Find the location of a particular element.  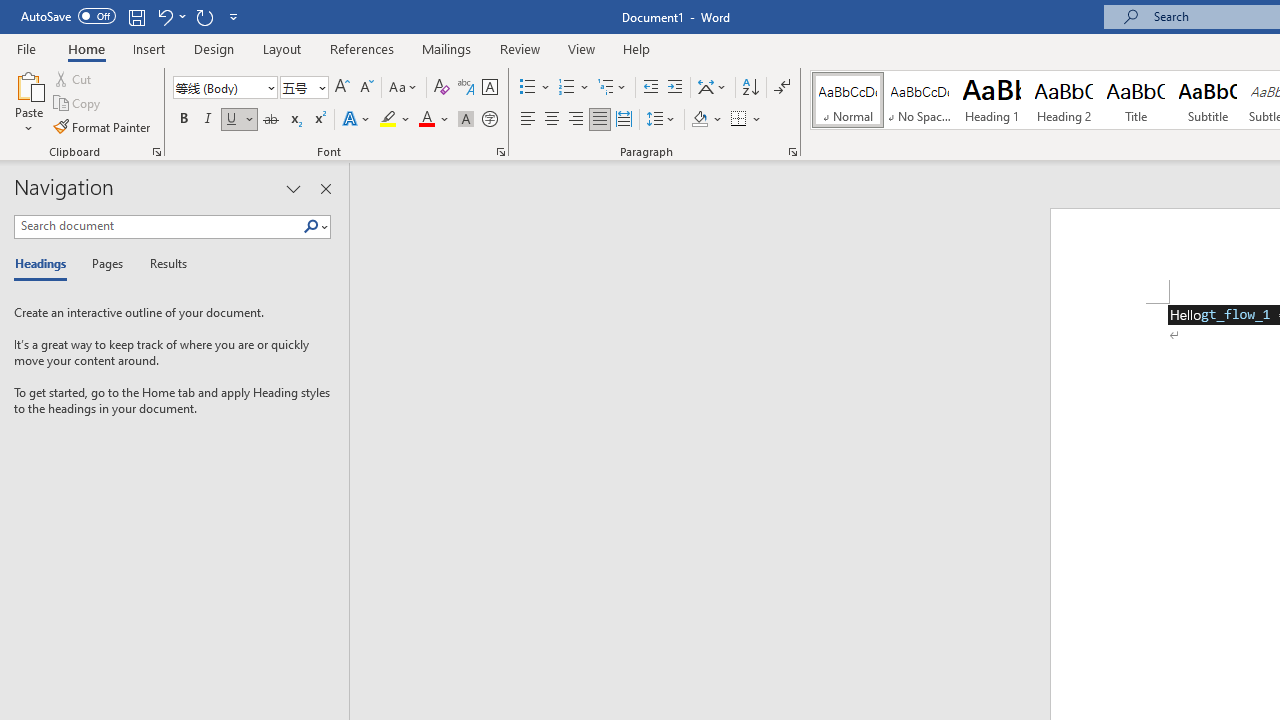

'Office Clipboard...' is located at coordinates (155, 150).